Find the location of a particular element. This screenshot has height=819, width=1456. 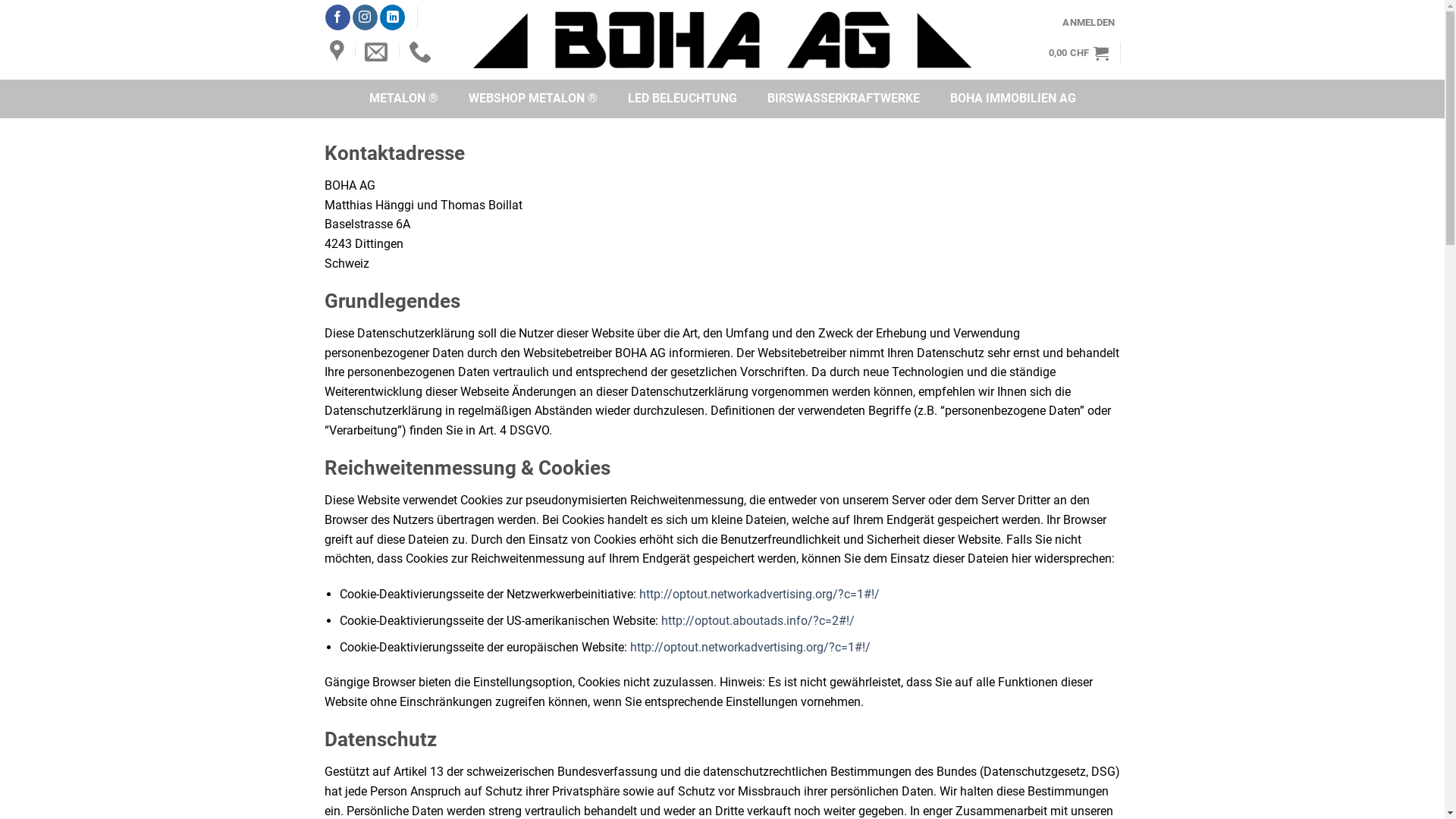

'http://optout.aboutads.info/?c=2#!/' is located at coordinates (758, 620).